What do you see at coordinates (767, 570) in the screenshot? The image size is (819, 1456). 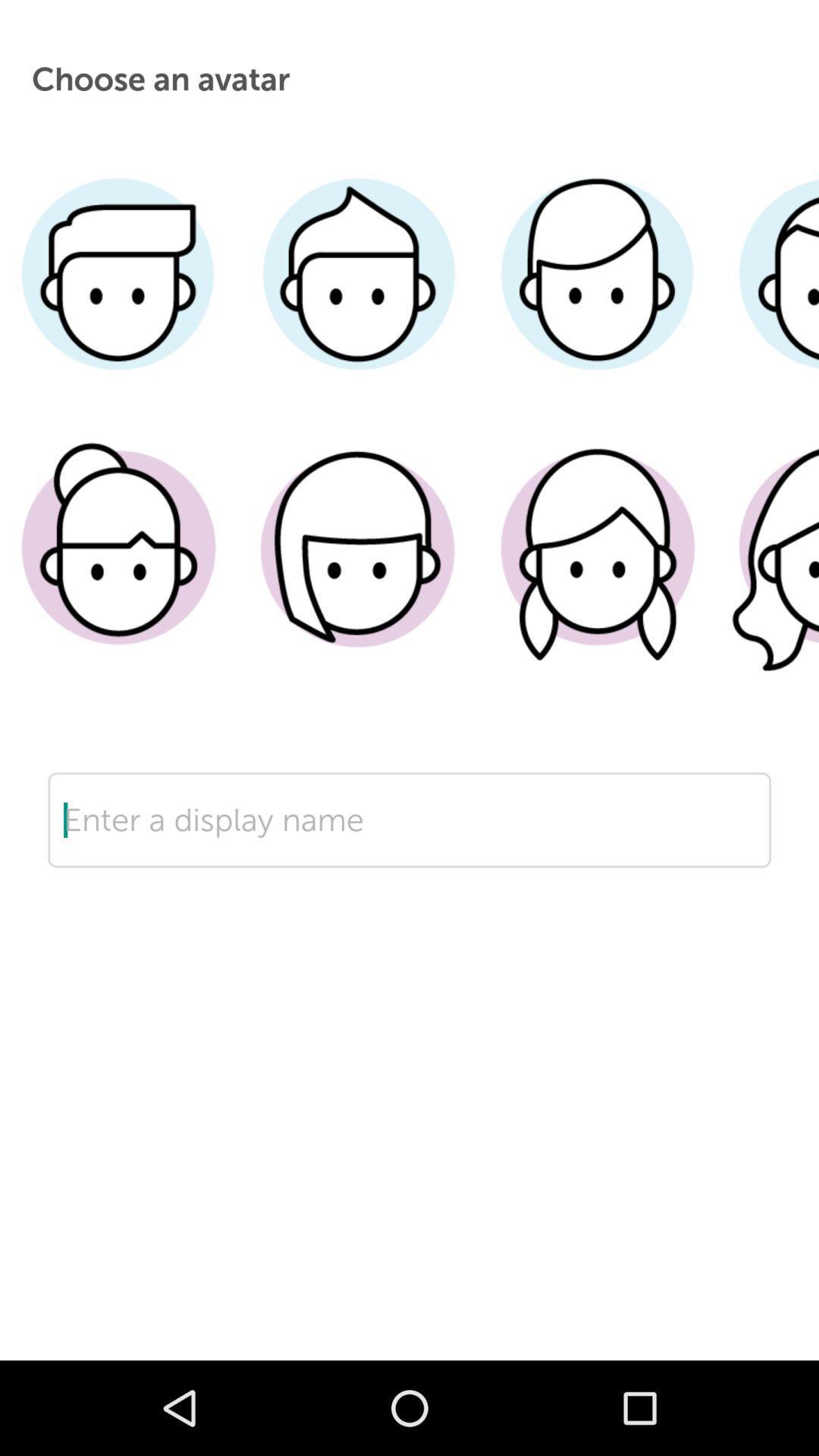 I see `choose this female avatar` at bounding box center [767, 570].